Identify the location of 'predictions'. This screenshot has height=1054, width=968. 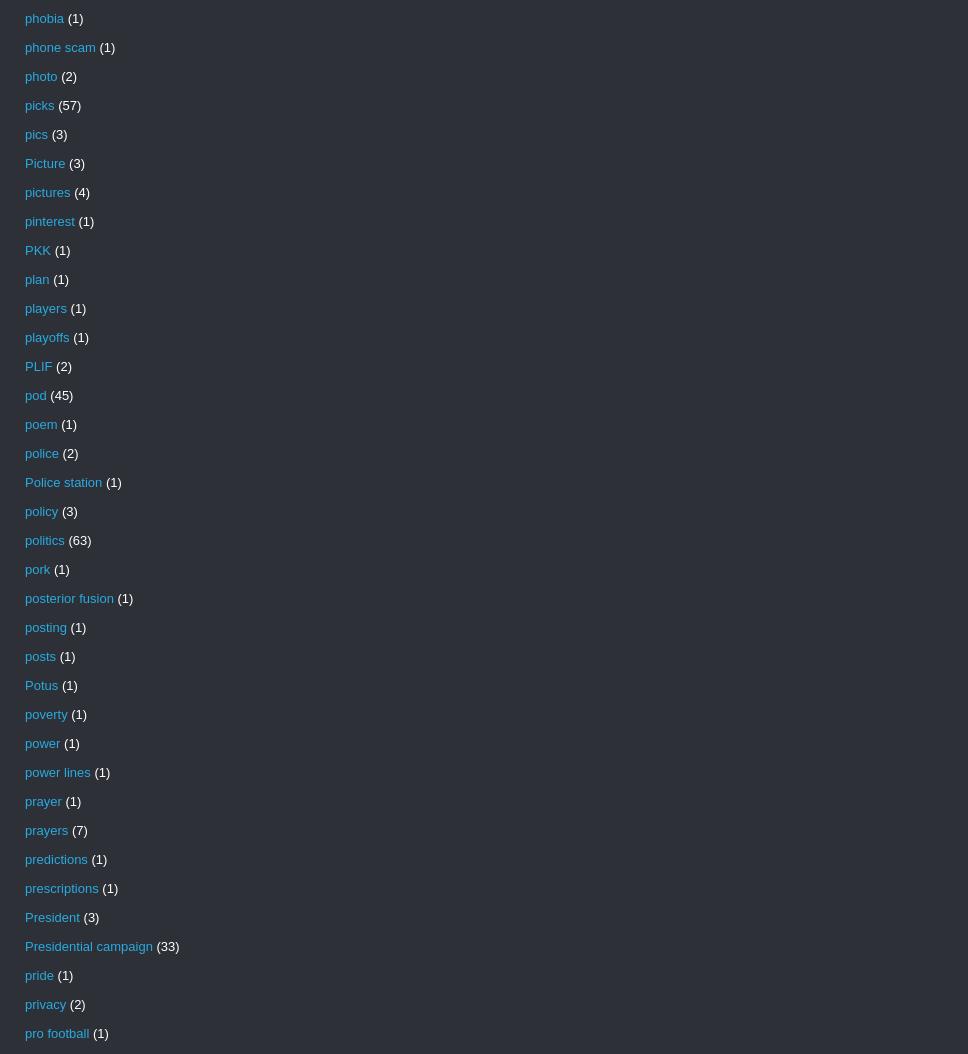
(55, 859).